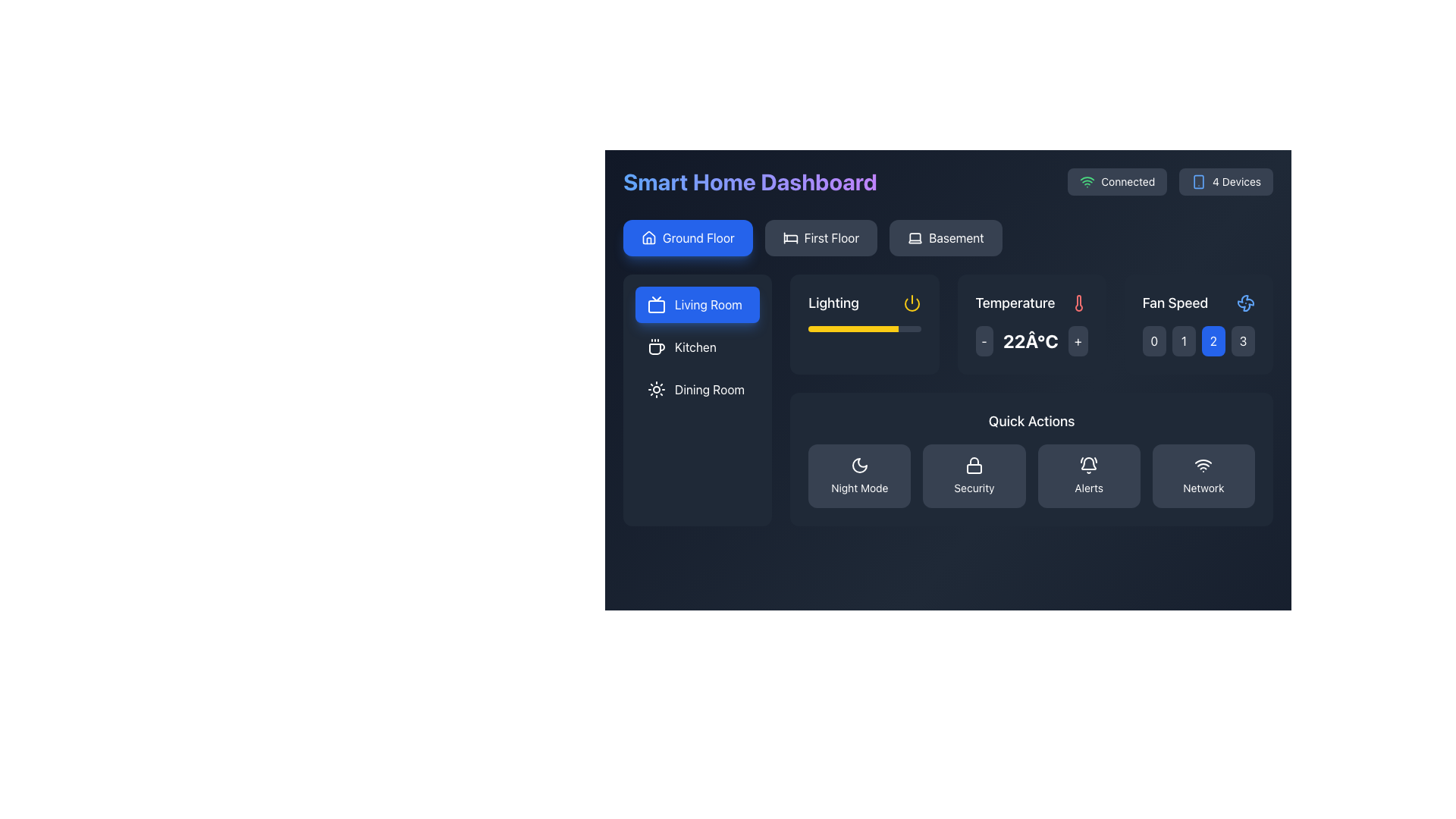  Describe the element at coordinates (820, 237) in the screenshot. I see `the 'First Floor' button` at that location.